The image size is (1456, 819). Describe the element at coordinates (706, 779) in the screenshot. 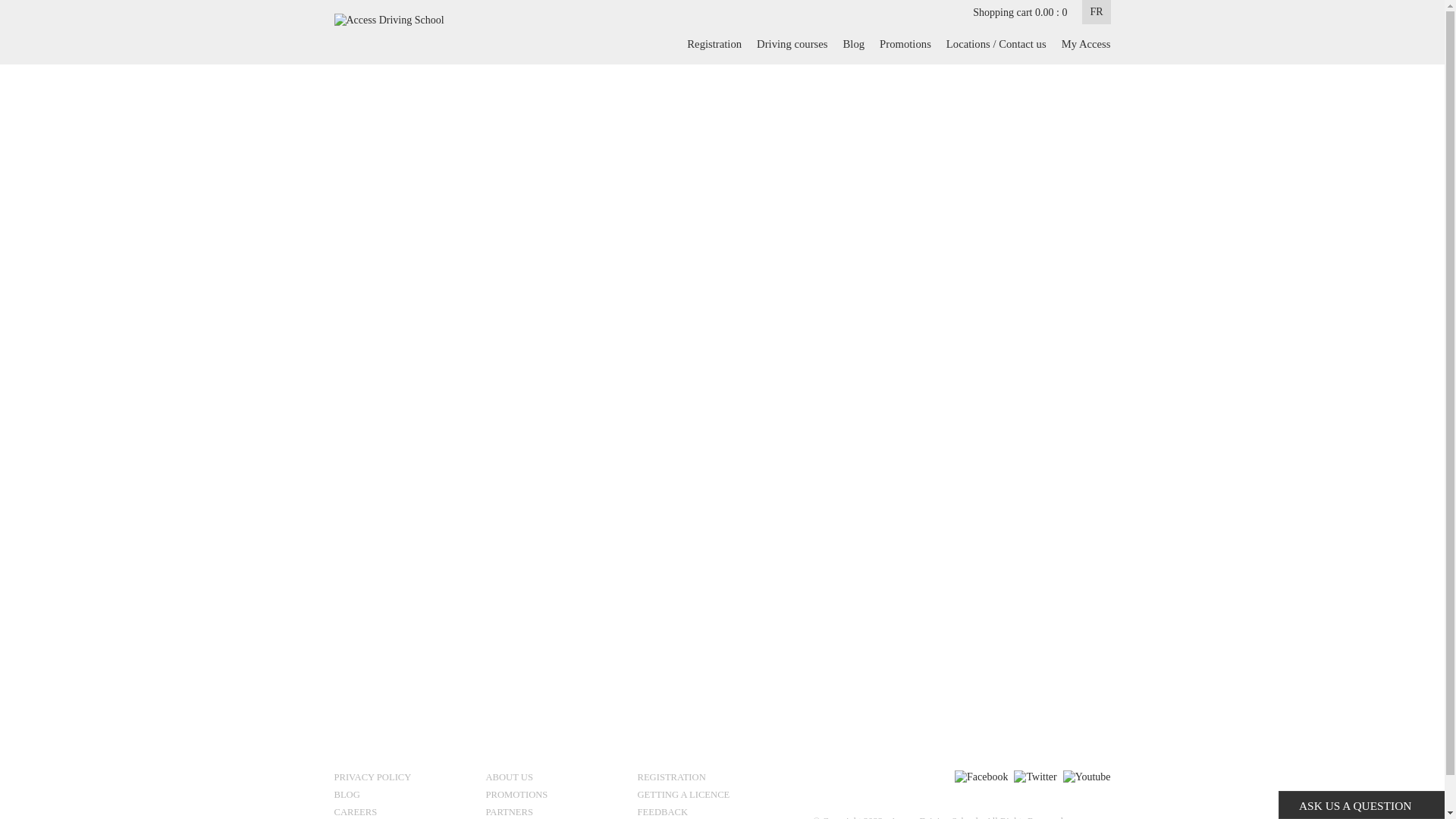

I see `'REGISTRATION'` at that location.